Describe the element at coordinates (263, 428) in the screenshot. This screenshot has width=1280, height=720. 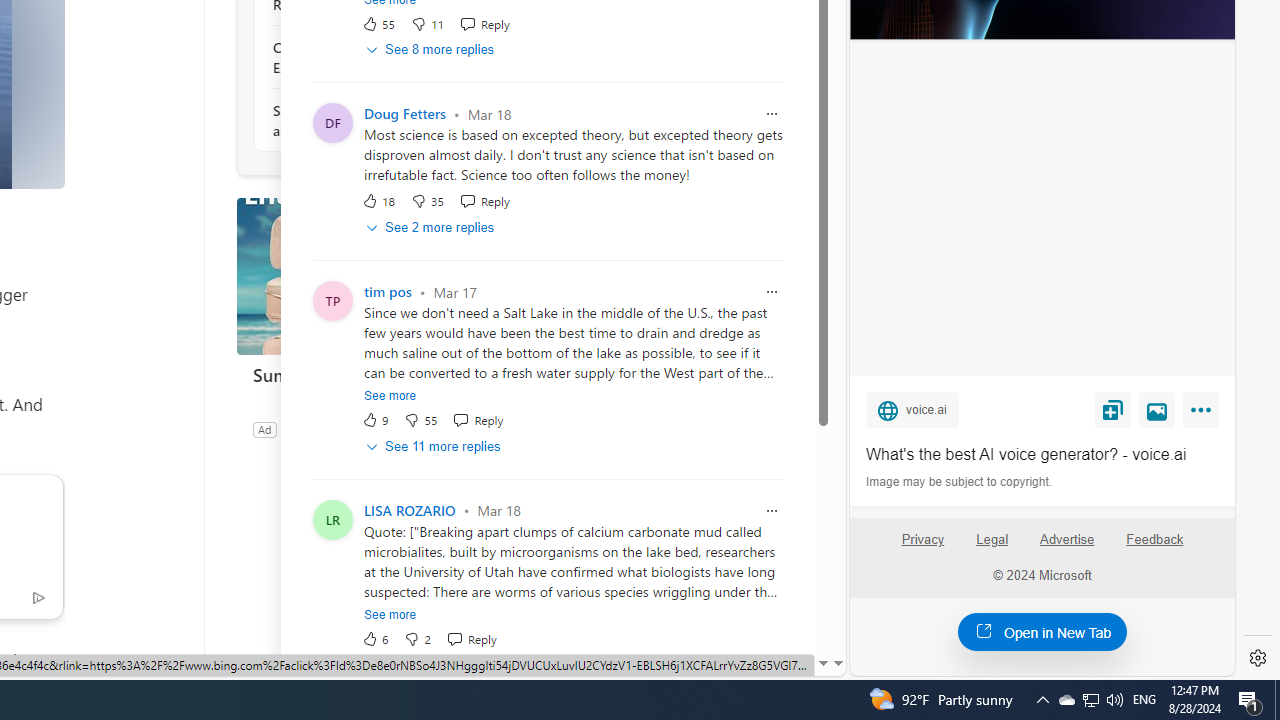
I see `'Ad'` at that location.